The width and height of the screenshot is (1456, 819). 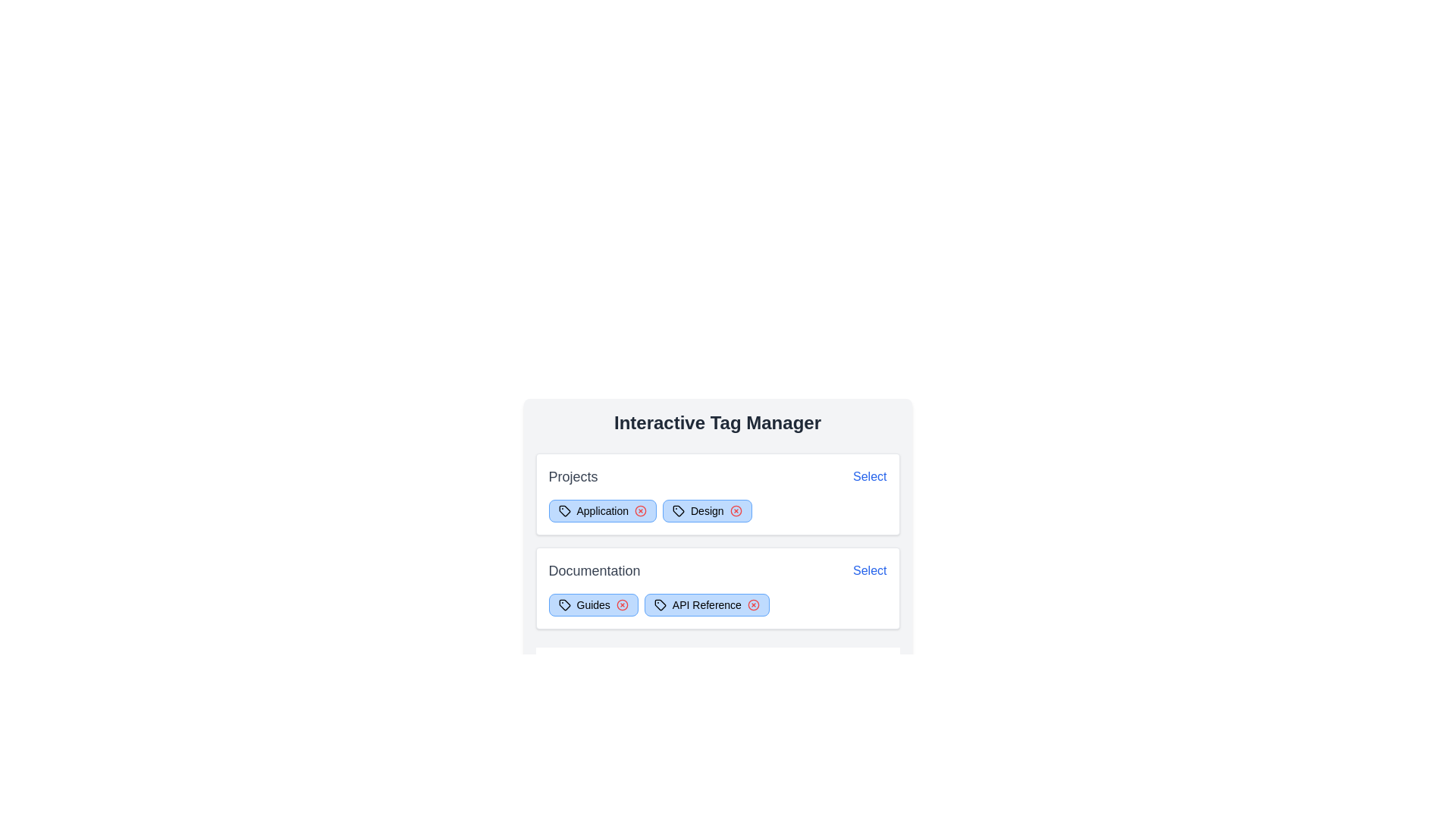 I want to click on the 'Design' button in the 'Projects' section, which contains an SVG icon representing a tag, located to the left of the 'Design' label, so click(x=677, y=511).